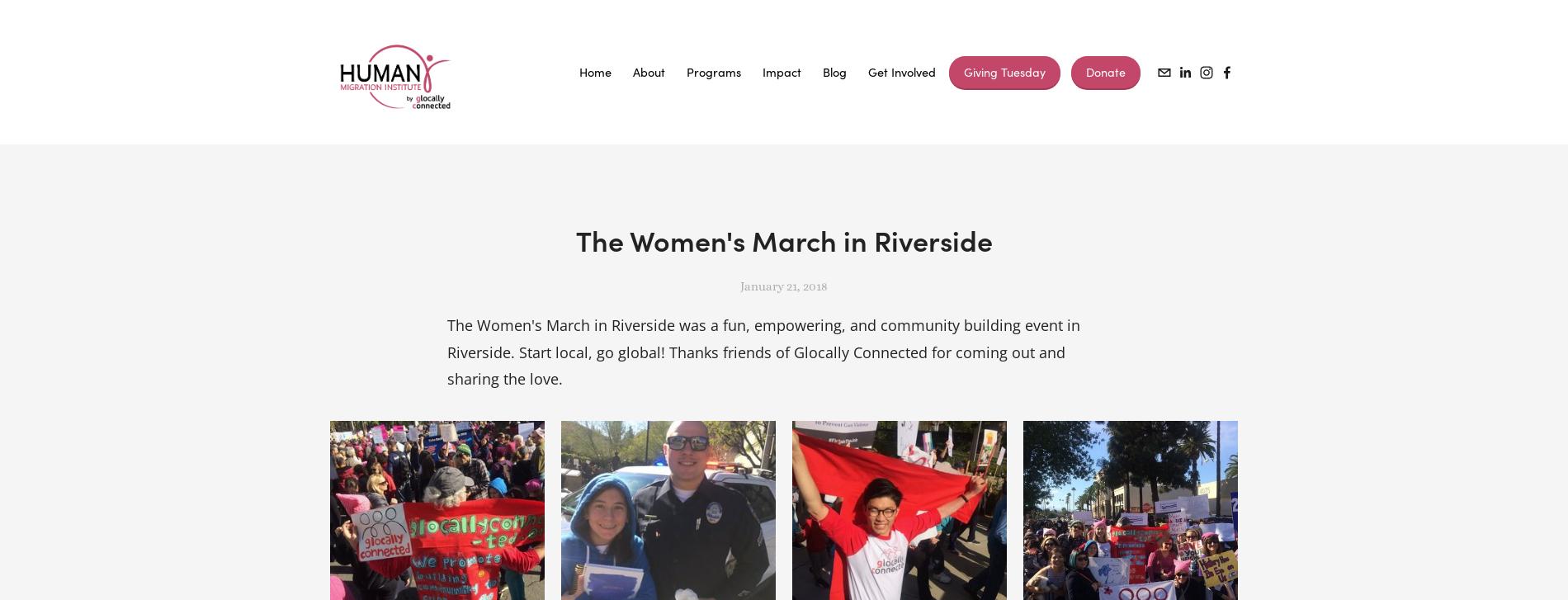 This screenshot has height=600, width=1568. I want to click on 'Home', so click(593, 72).